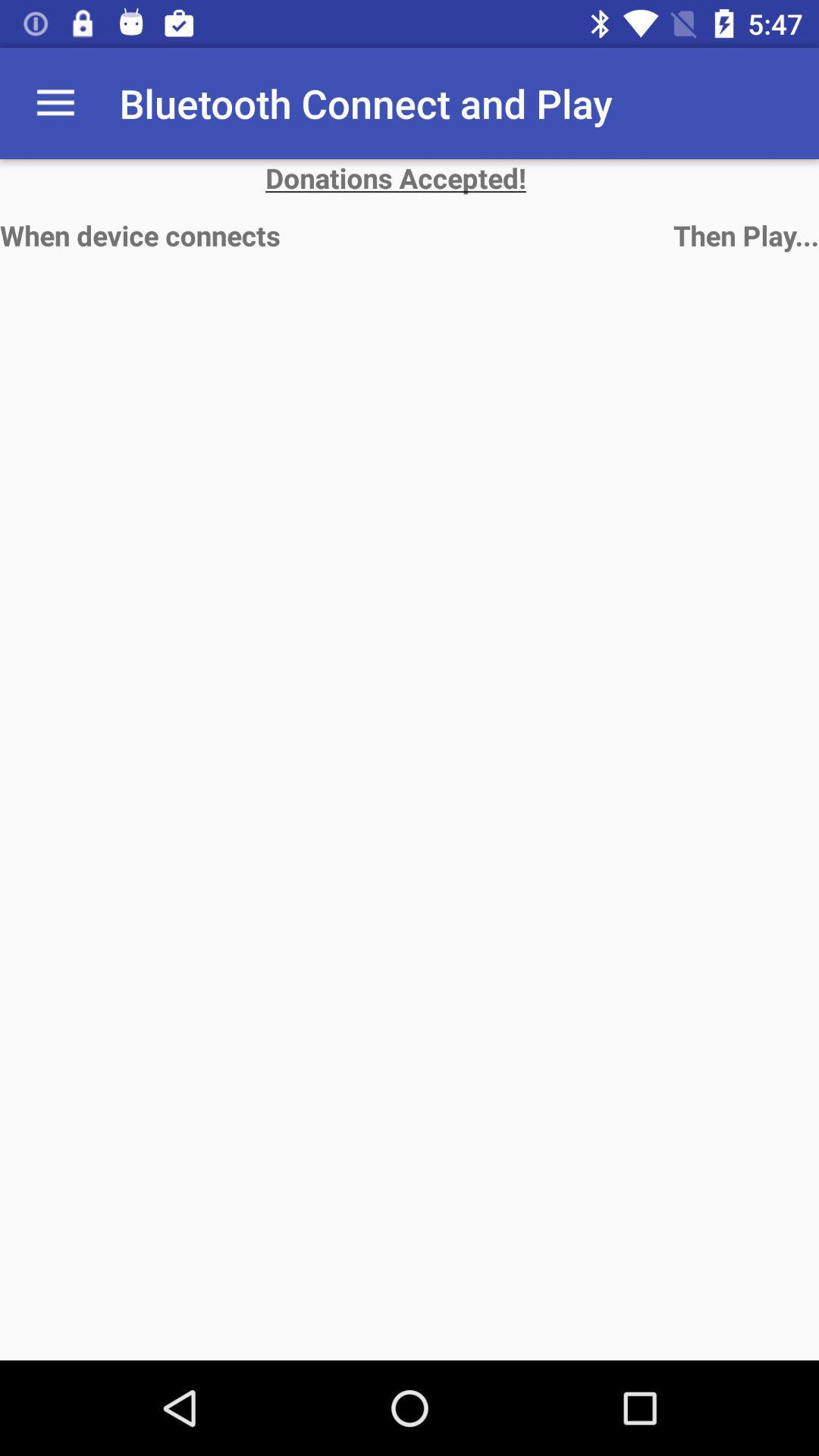 The image size is (819, 1456). What do you see at coordinates (55, 102) in the screenshot?
I see `item next to the bluetooth connect and` at bounding box center [55, 102].